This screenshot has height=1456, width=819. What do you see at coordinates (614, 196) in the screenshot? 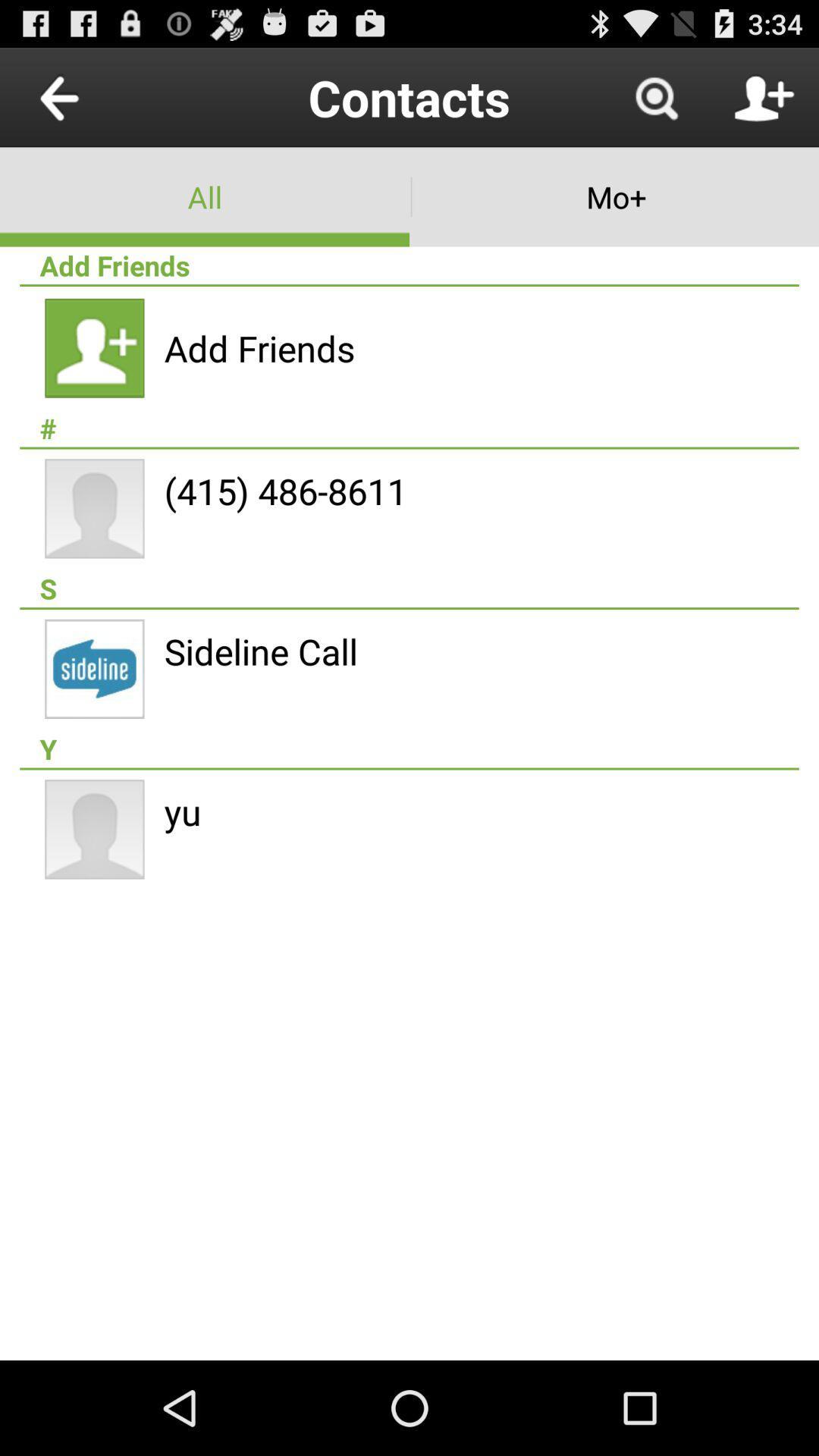
I see `item next to all app` at bounding box center [614, 196].